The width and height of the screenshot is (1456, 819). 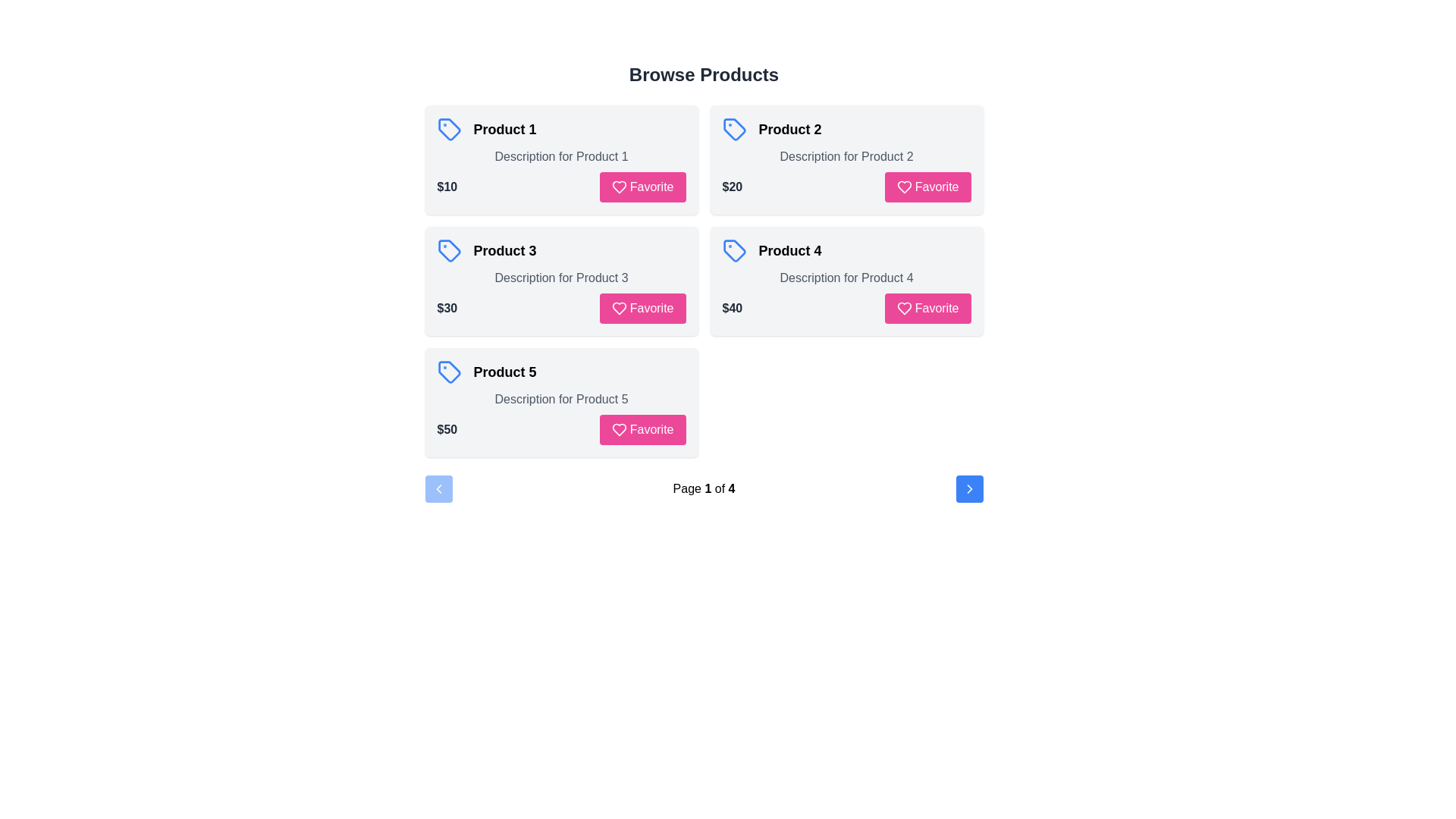 I want to click on the chevron icon within the round blue button located at the bottom-right section of the interface, so click(x=968, y=488).